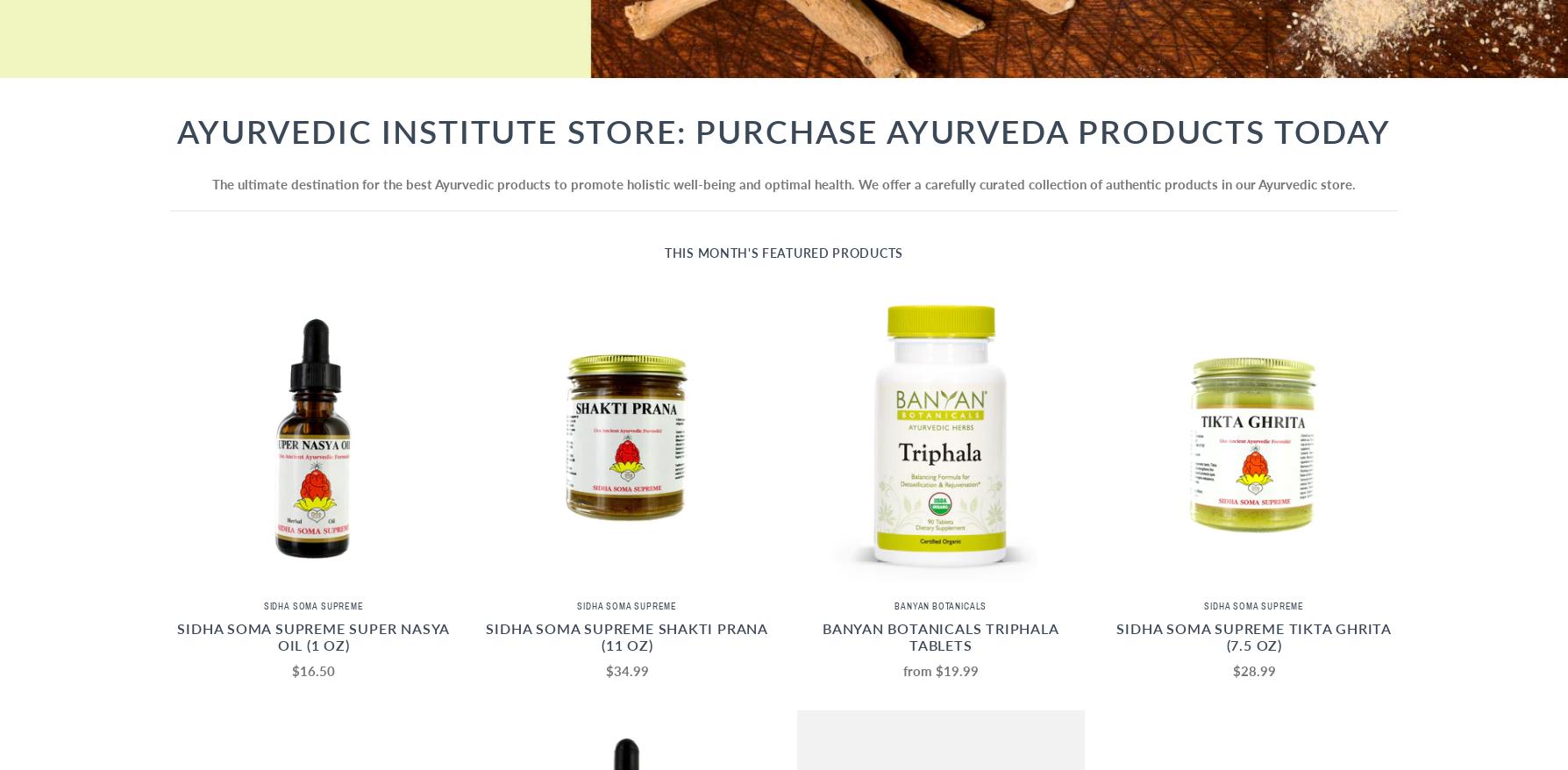  I want to click on '$16.50', so click(290, 670).